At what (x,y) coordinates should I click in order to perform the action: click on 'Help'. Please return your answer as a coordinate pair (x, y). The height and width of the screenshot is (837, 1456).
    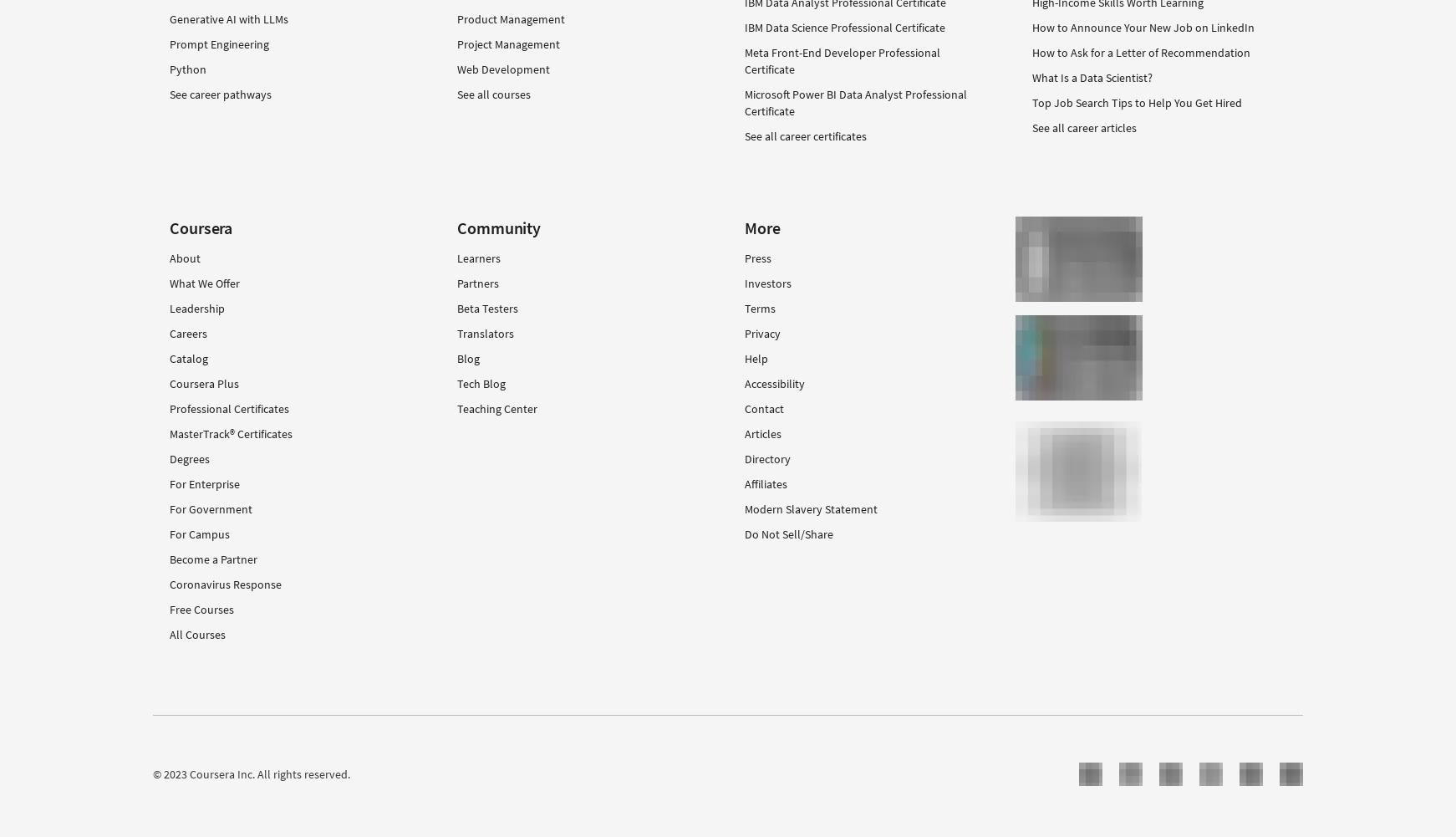
    Looking at the image, I should click on (755, 359).